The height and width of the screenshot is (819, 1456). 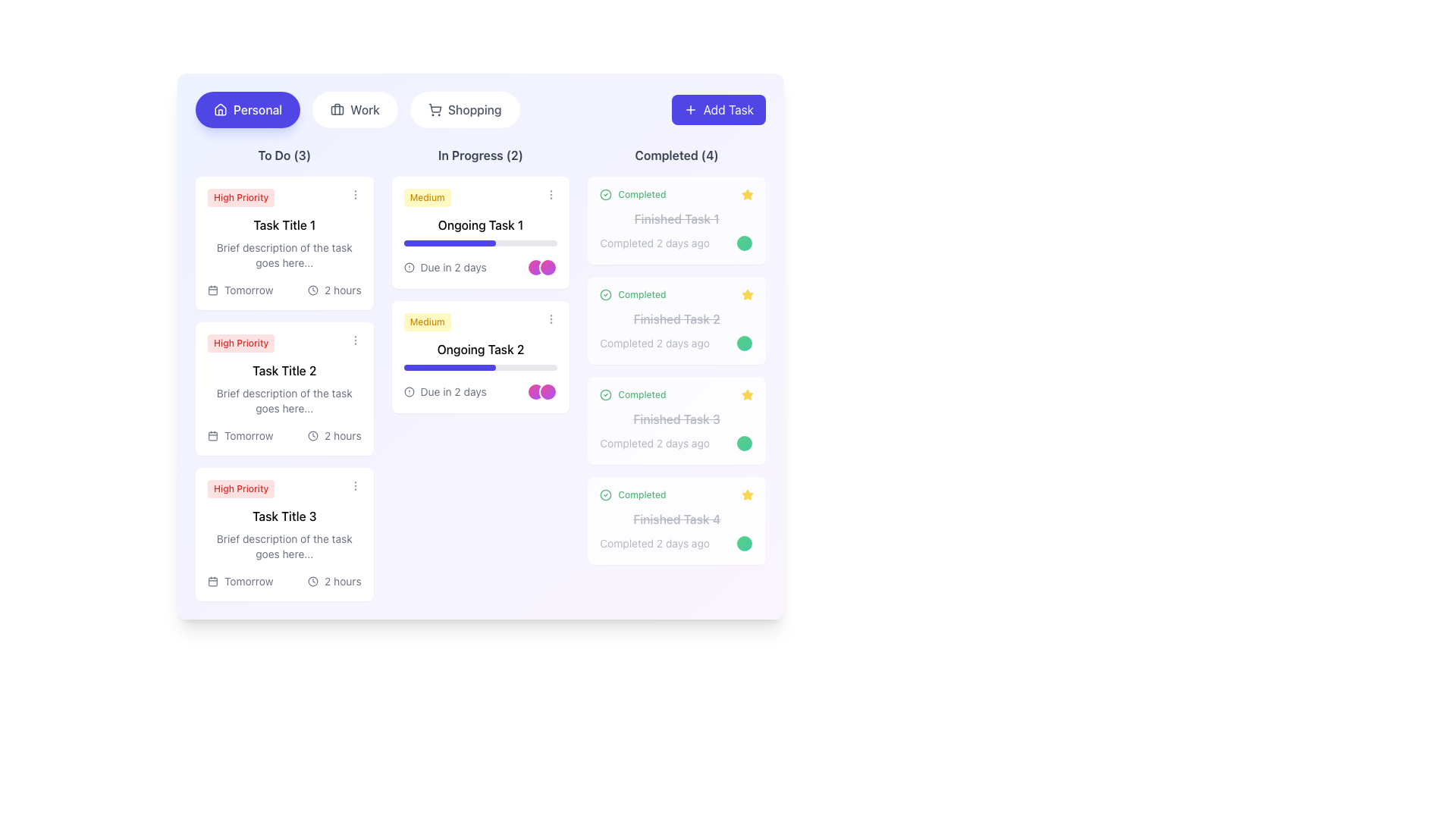 I want to click on the text label displaying 'Due in 2 days' located under the progress bar of the 'Ongoing Task 2' card in the 'In Progress' section, so click(x=453, y=391).